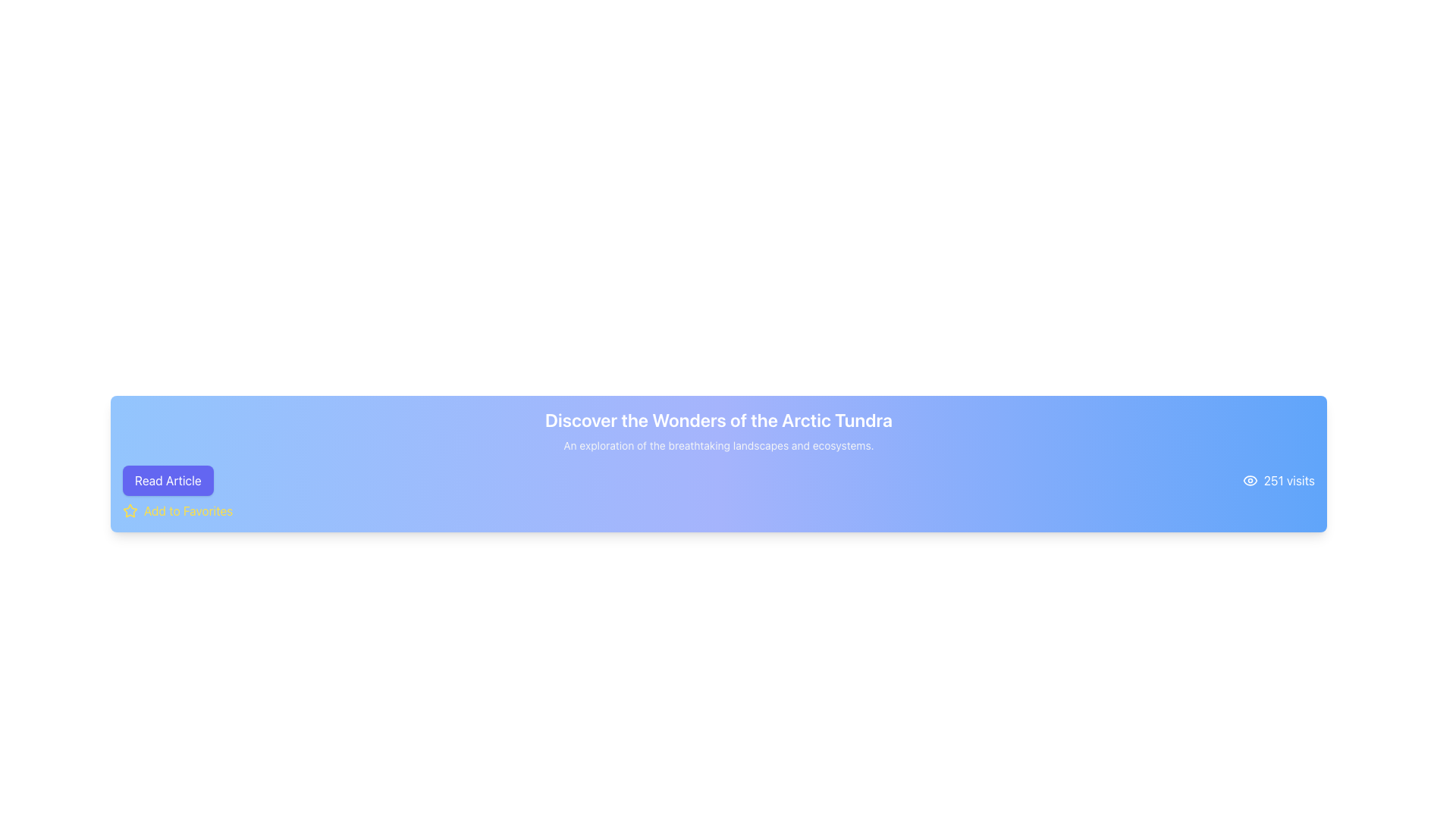 Image resolution: width=1456 pixels, height=819 pixels. Describe the element at coordinates (168, 480) in the screenshot. I see `the 'Read Article' button, which is a rectangular button with rounded corners and a purple background` at that location.